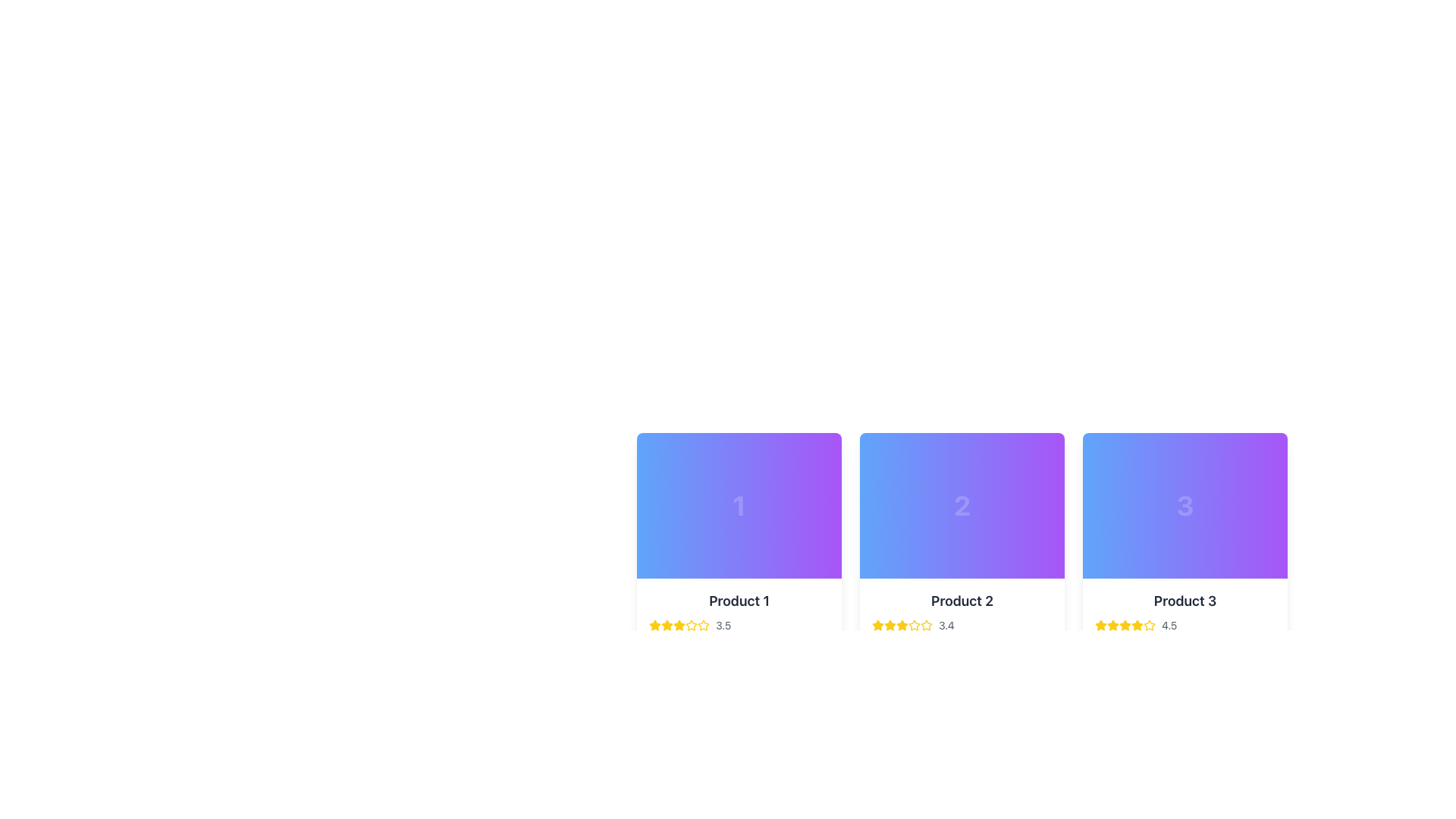 Image resolution: width=1456 pixels, height=819 pixels. I want to click on the fifth star in the rating system under 'Product 1' to rate it, so click(691, 626).